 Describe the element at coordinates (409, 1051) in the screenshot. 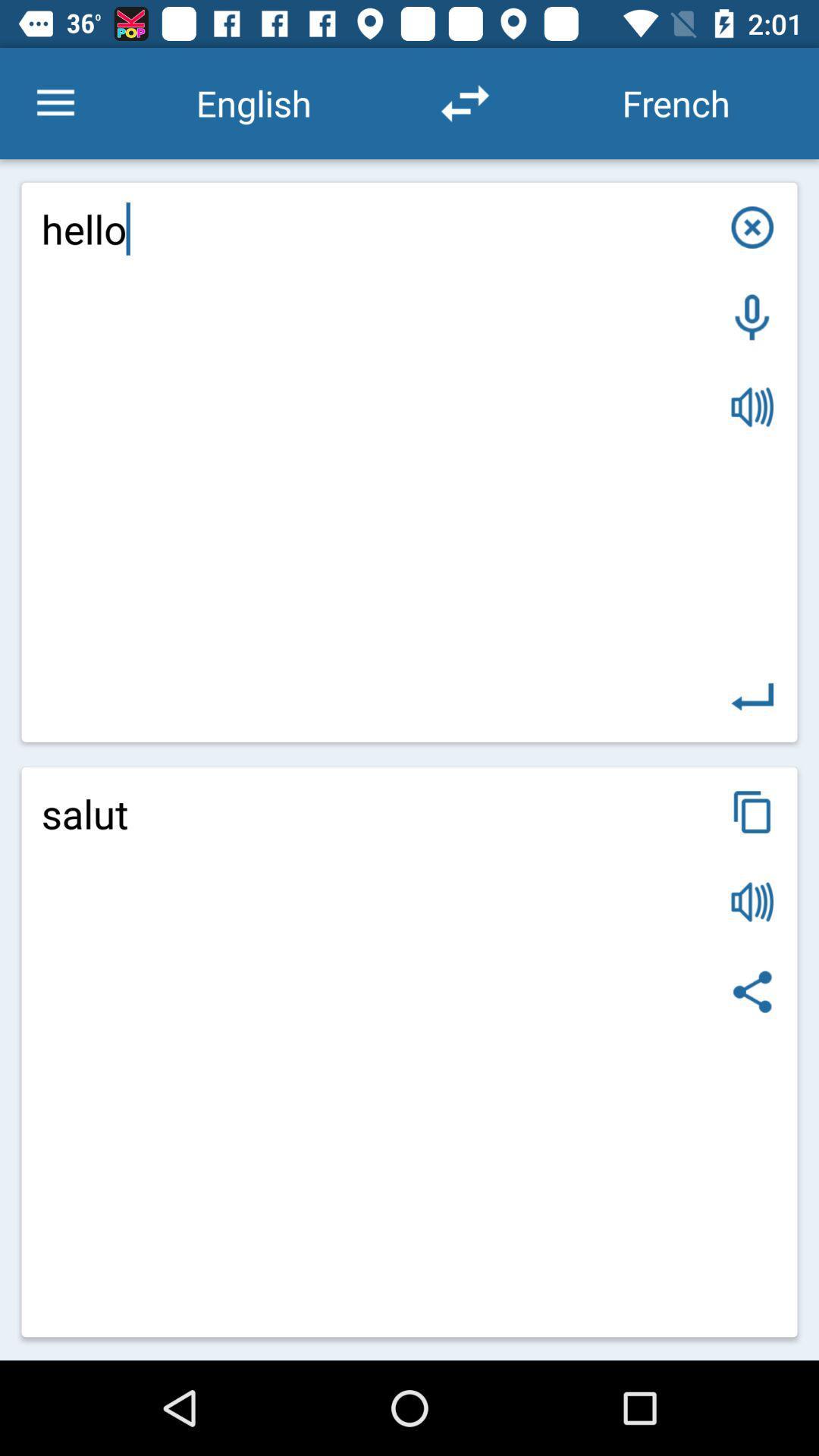

I see `the item below hello item` at that location.